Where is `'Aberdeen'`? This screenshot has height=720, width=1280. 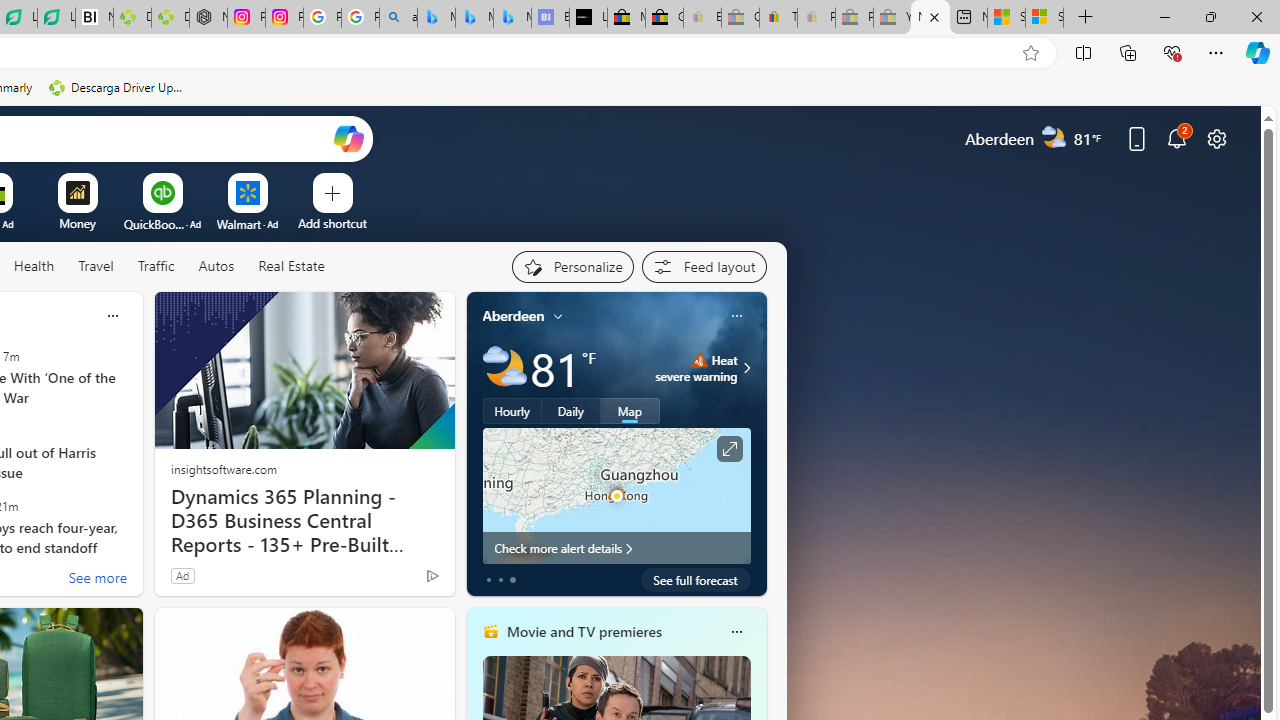
'Aberdeen' is located at coordinates (513, 315).